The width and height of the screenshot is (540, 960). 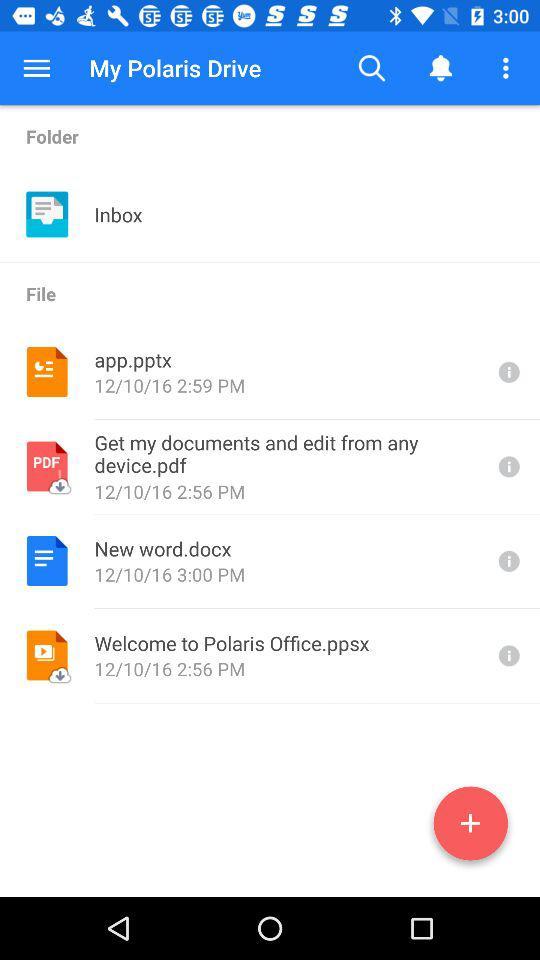 I want to click on details on file, so click(x=507, y=466).